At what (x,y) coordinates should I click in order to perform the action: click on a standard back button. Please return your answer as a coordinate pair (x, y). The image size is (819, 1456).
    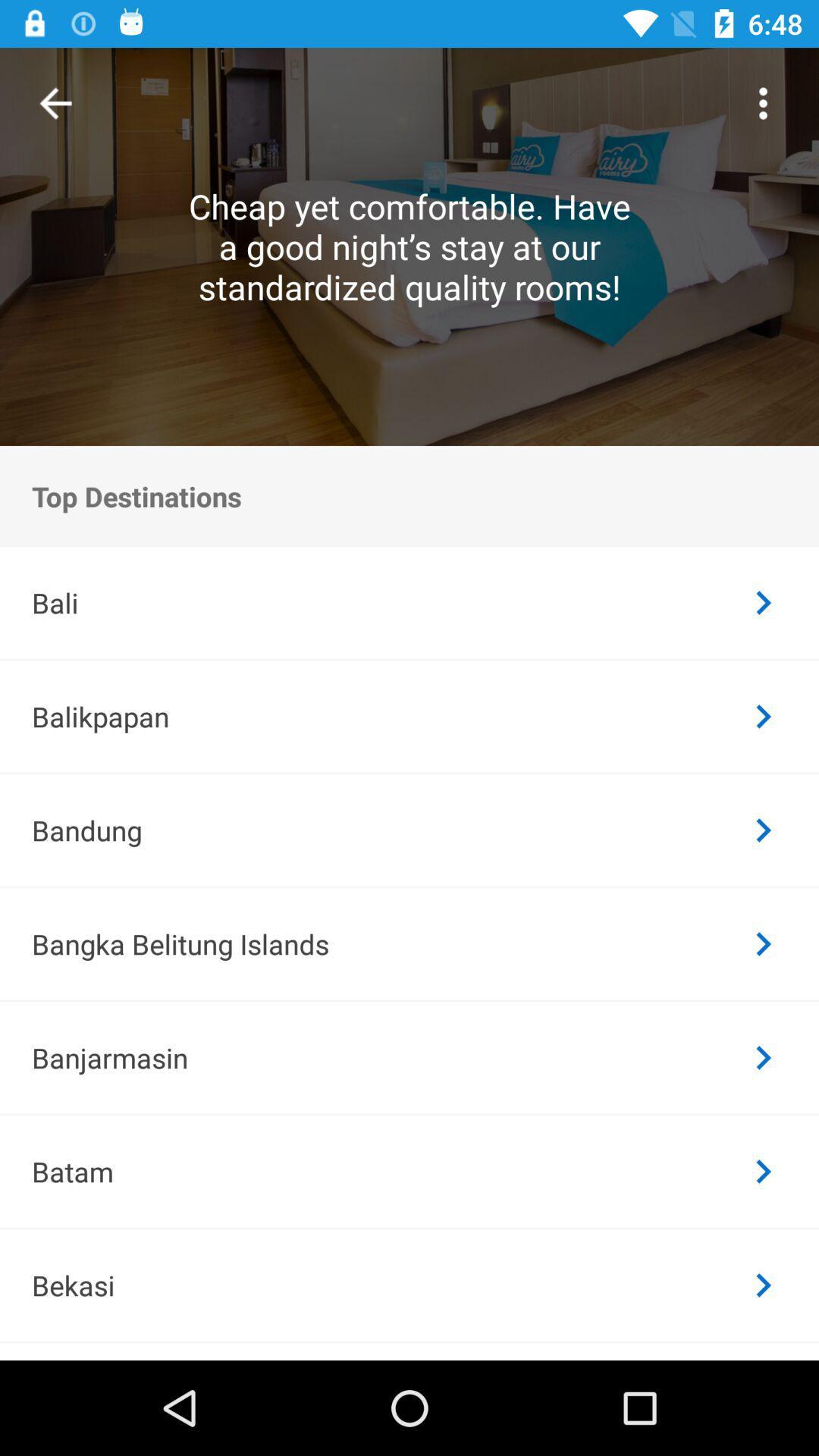
    Looking at the image, I should click on (55, 102).